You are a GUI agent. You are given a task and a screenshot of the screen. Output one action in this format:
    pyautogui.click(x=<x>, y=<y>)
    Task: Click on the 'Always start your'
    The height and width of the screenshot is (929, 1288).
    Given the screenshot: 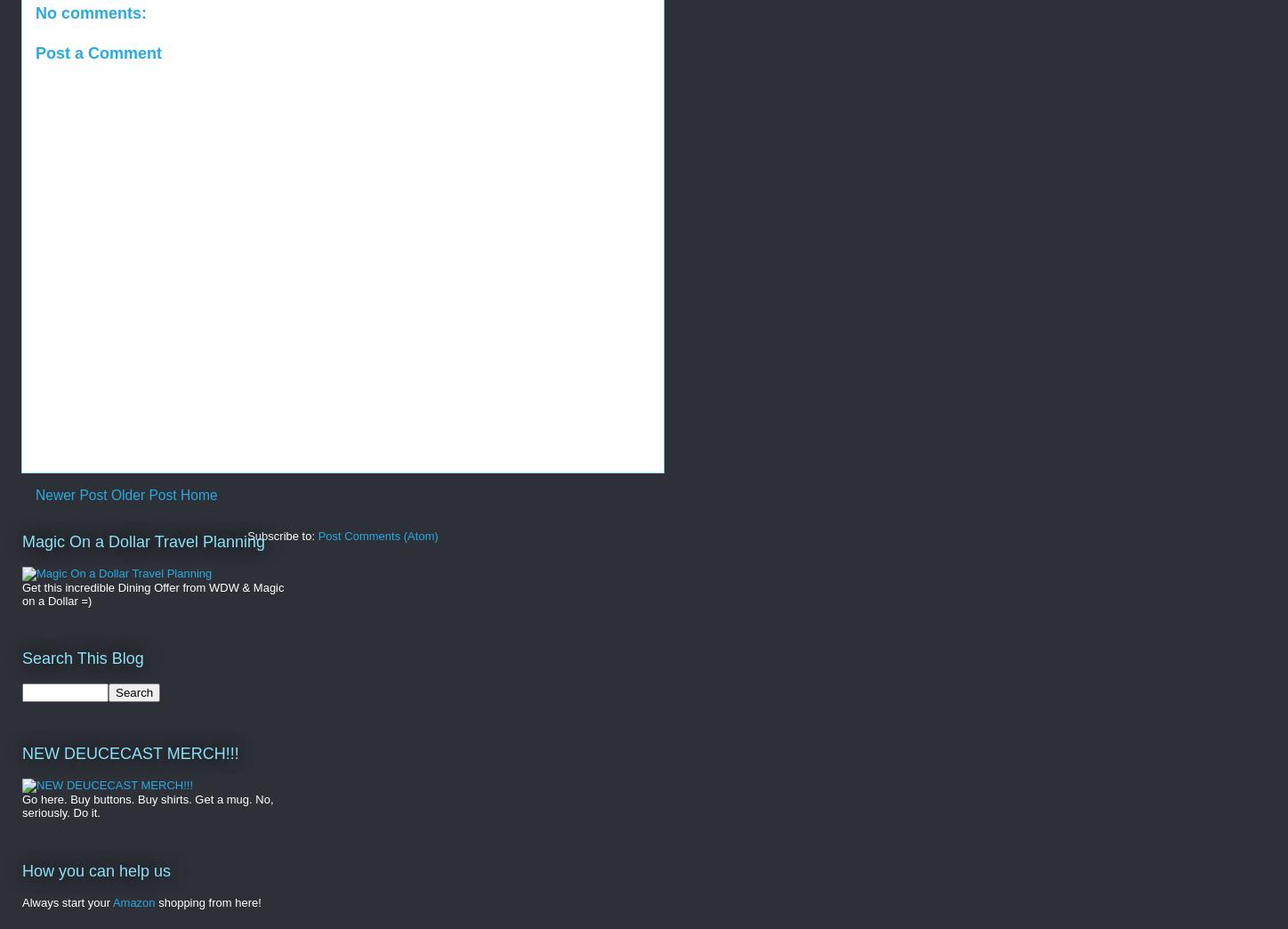 What is the action you would take?
    pyautogui.click(x=22, y=902)
    